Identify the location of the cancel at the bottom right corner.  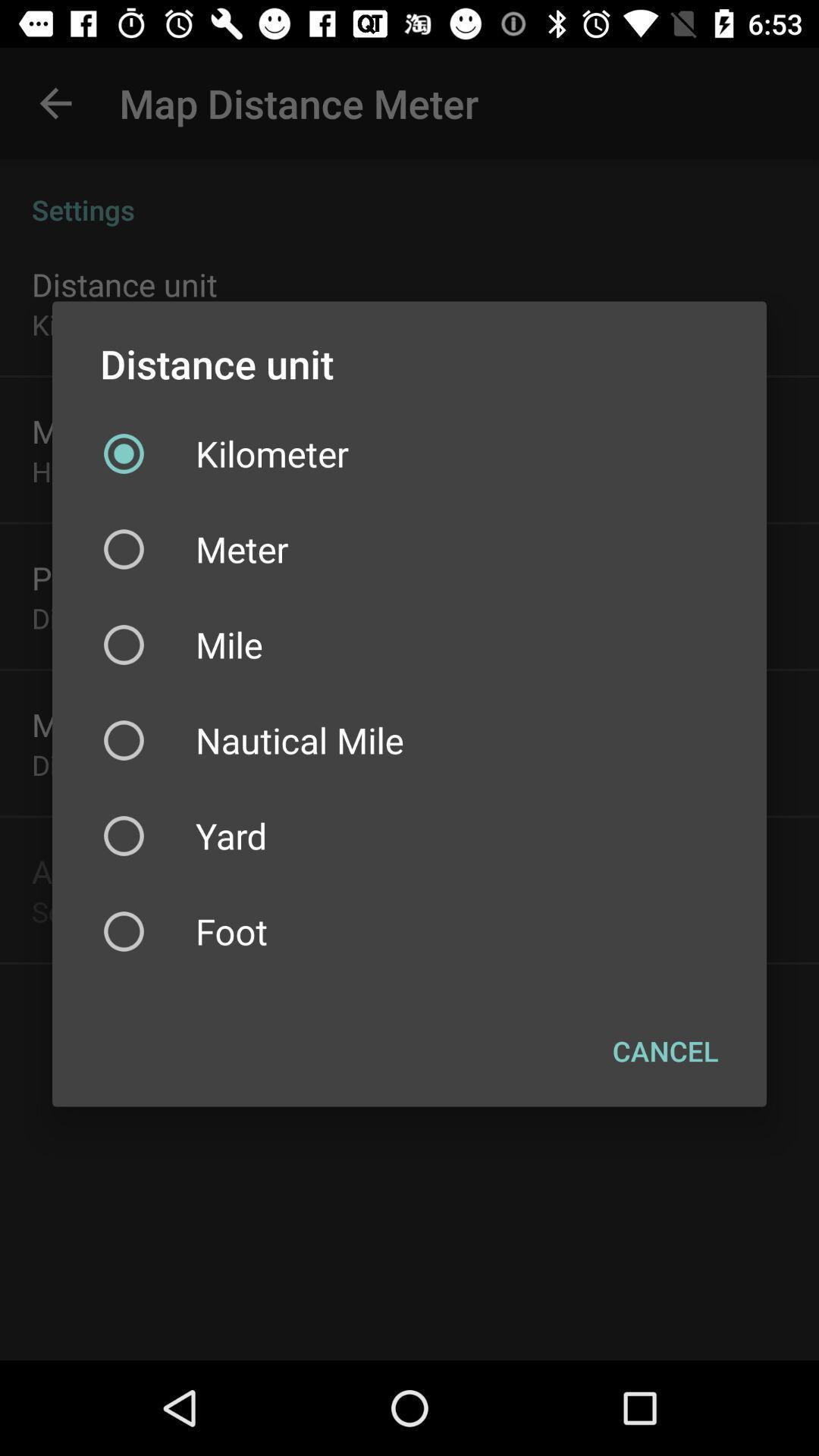
(664, 1050).